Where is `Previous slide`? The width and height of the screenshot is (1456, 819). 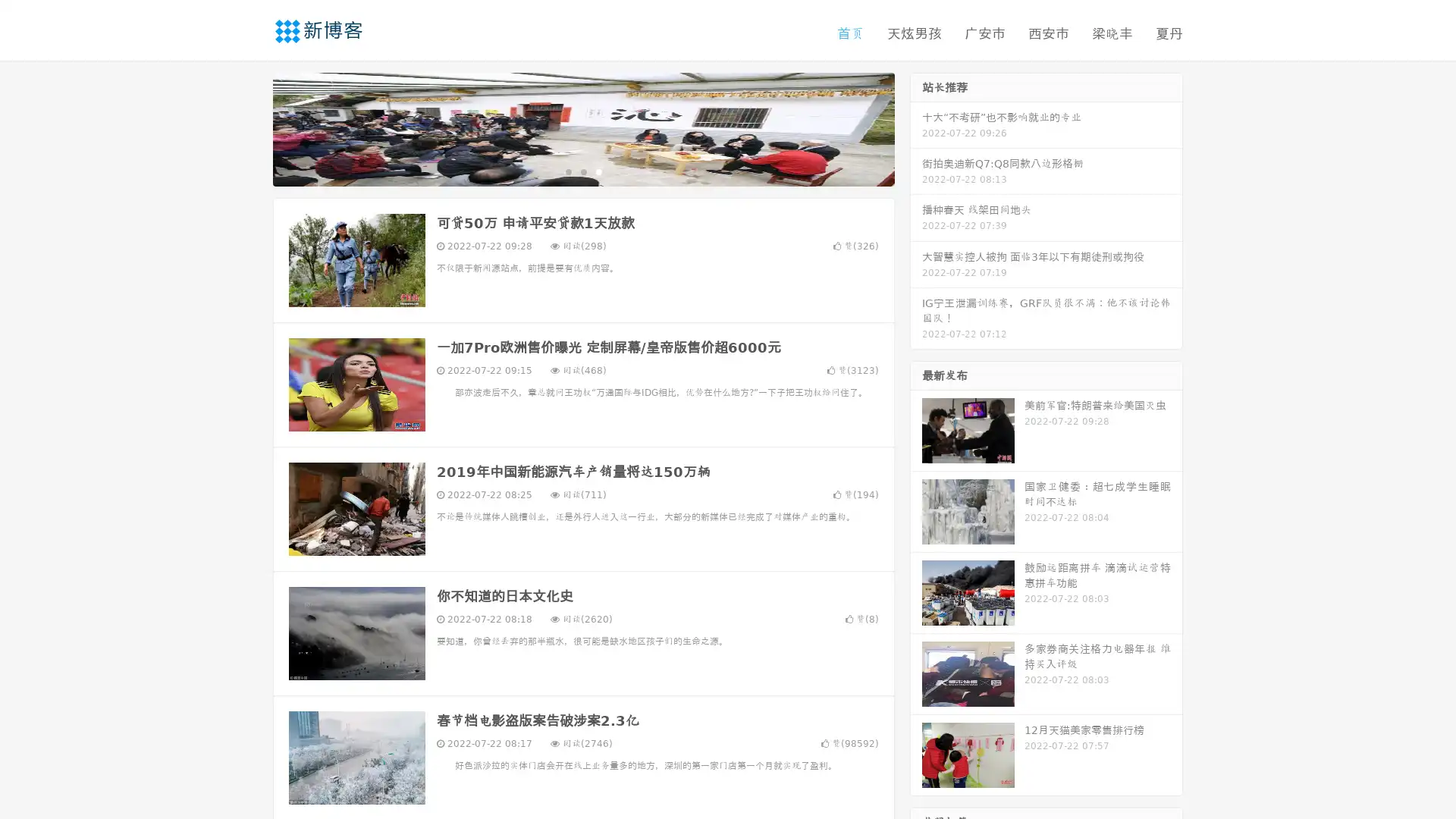
Previous slide is located at coordinates (250, 127).